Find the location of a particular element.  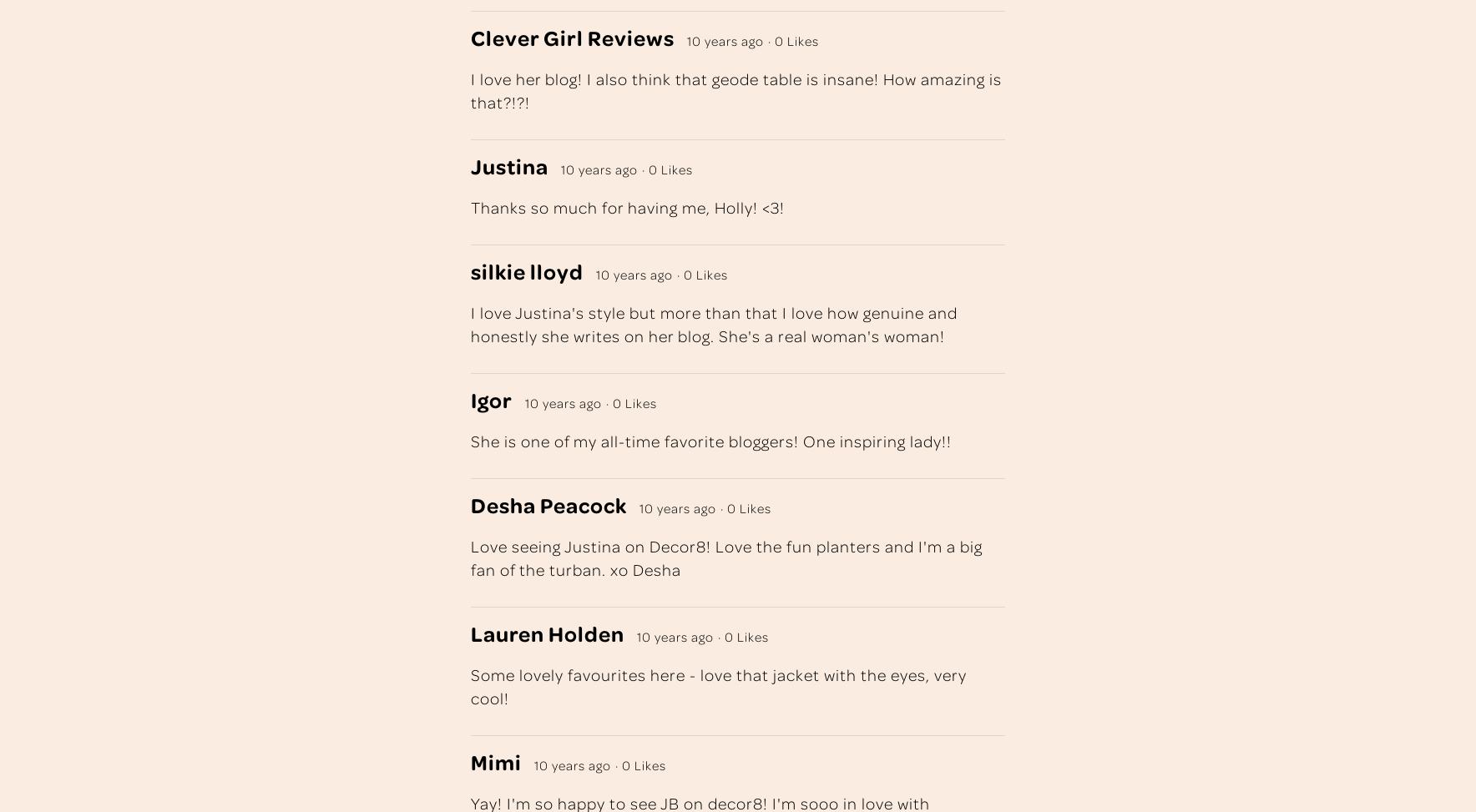

'Clever Girl Reviews' is located at coordinates (572, 37).